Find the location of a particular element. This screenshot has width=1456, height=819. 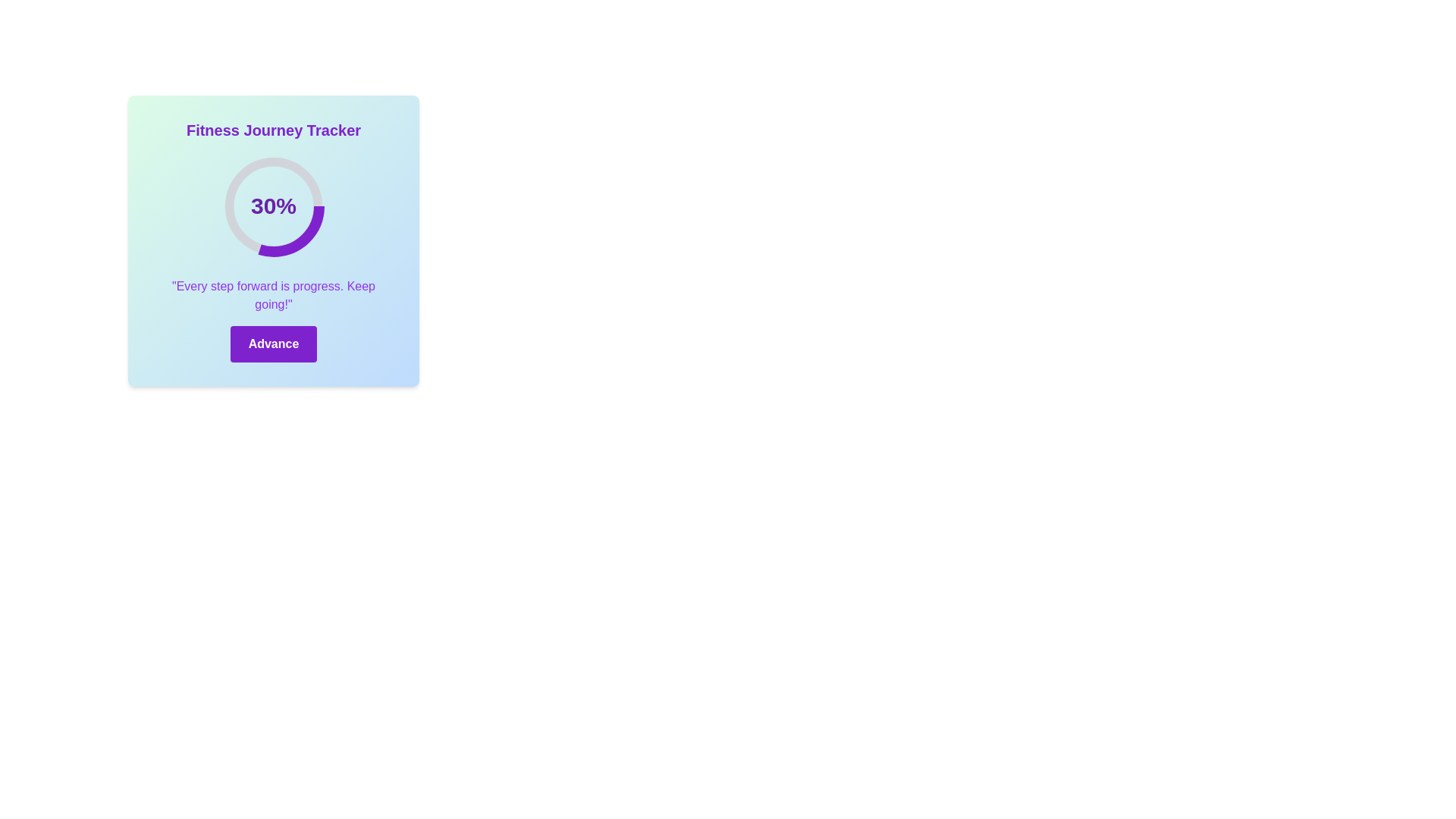

text content of the Circular progress indicator, which visually represents a 30% completion level within the 'Fitness Journey Tracker' card is located at coordinates (273, 206).